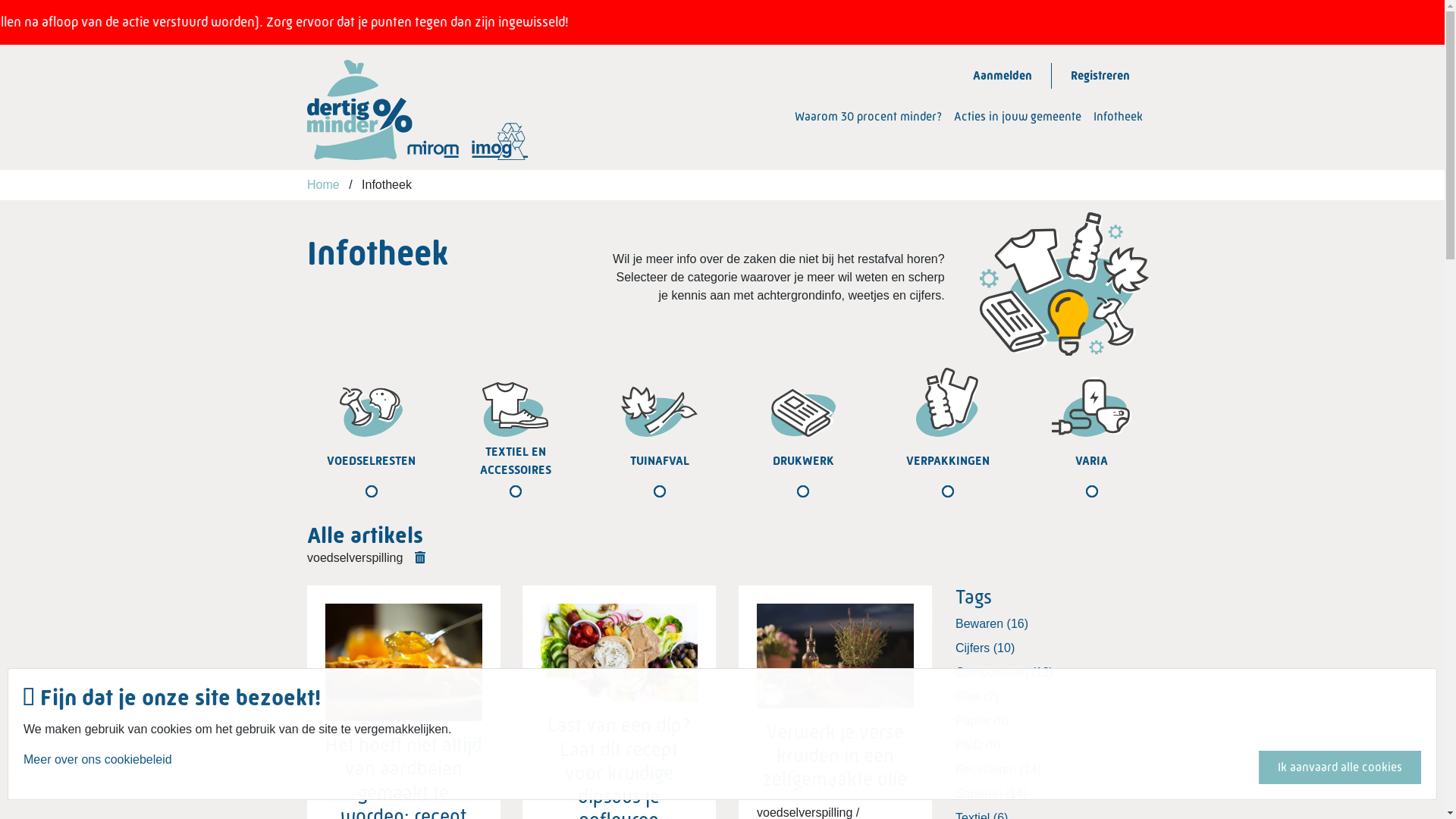  I want to click on 'Aanmelden', so click(952, 76).